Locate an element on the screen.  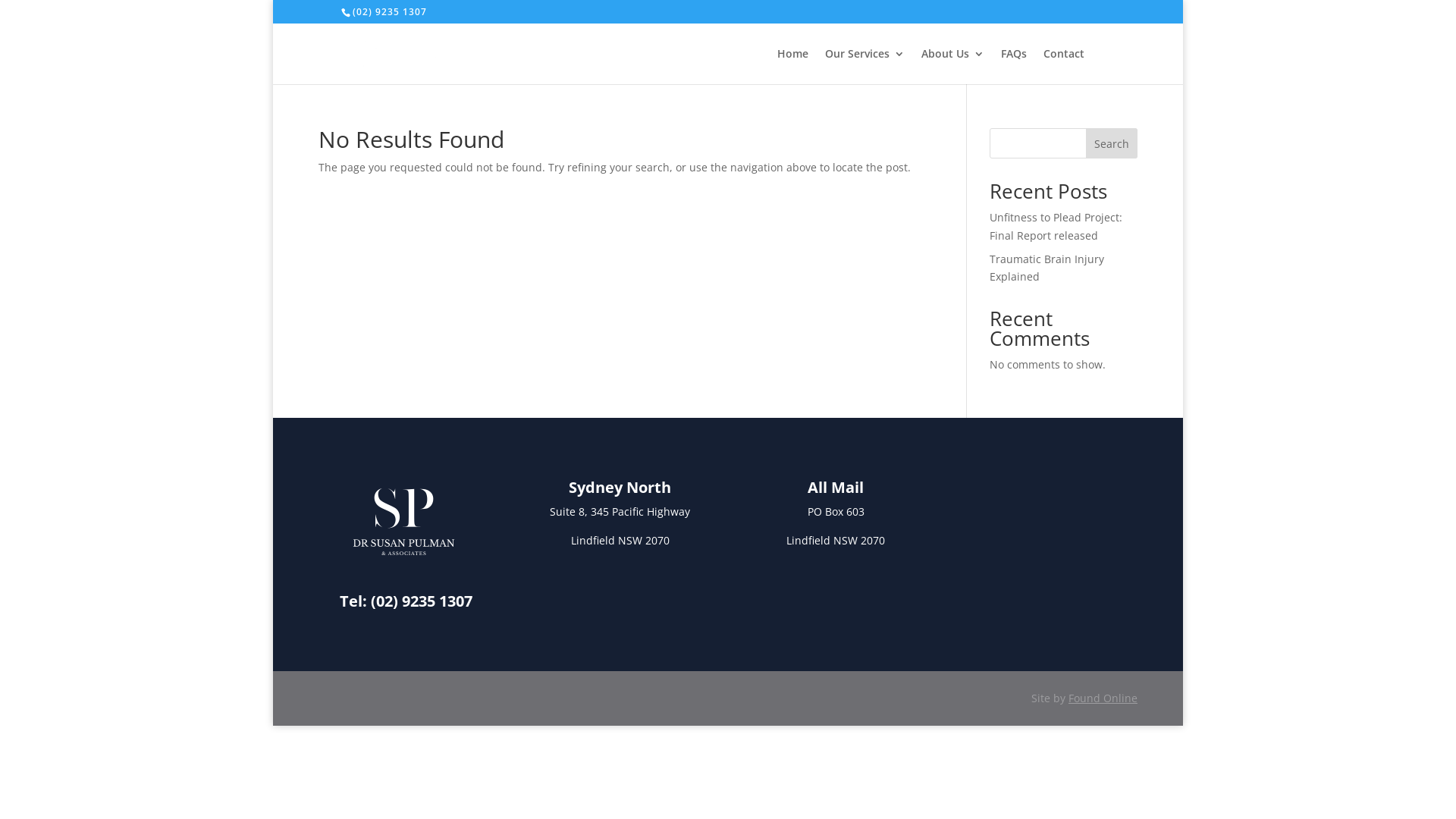
'Found Online' is located at coordinates (1068, 698).